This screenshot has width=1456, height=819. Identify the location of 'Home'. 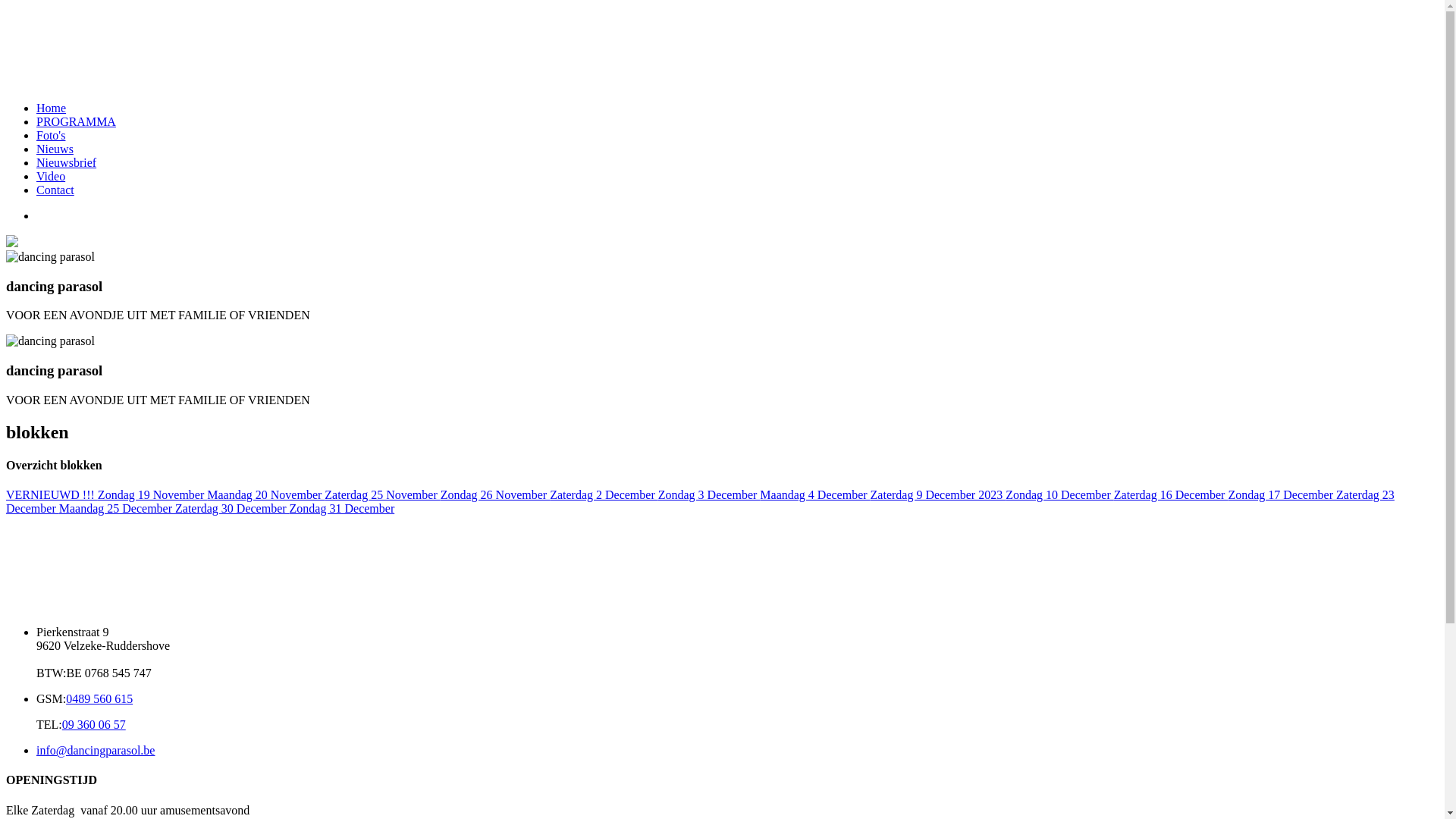
(36, 107).